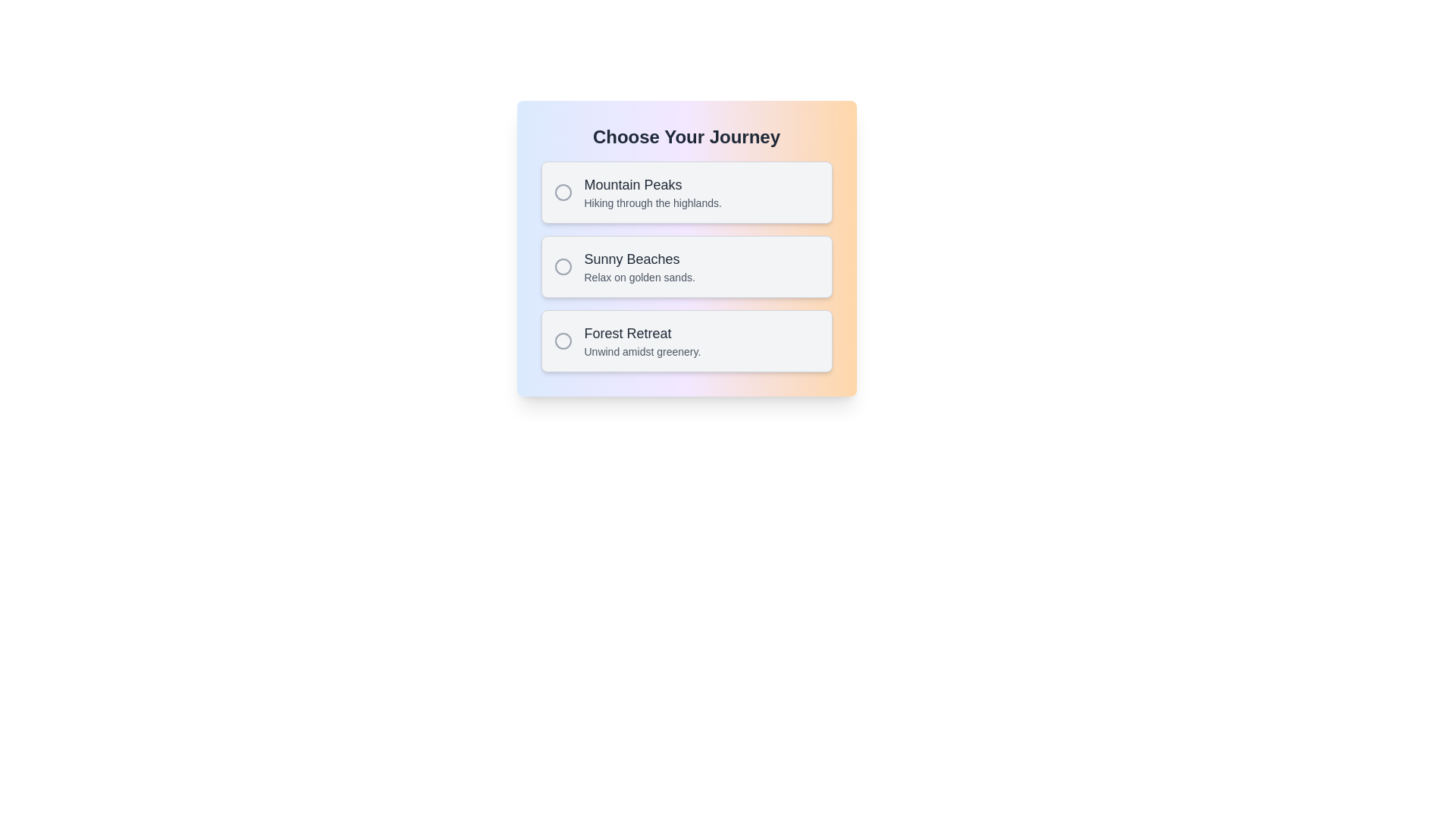 The image size is (1456, 819). I want to click on the static text label element displaying 'Hiking through the highlands.' which is positioned beneath the bold text 'Mountain Peaks.', so click(653, 202).